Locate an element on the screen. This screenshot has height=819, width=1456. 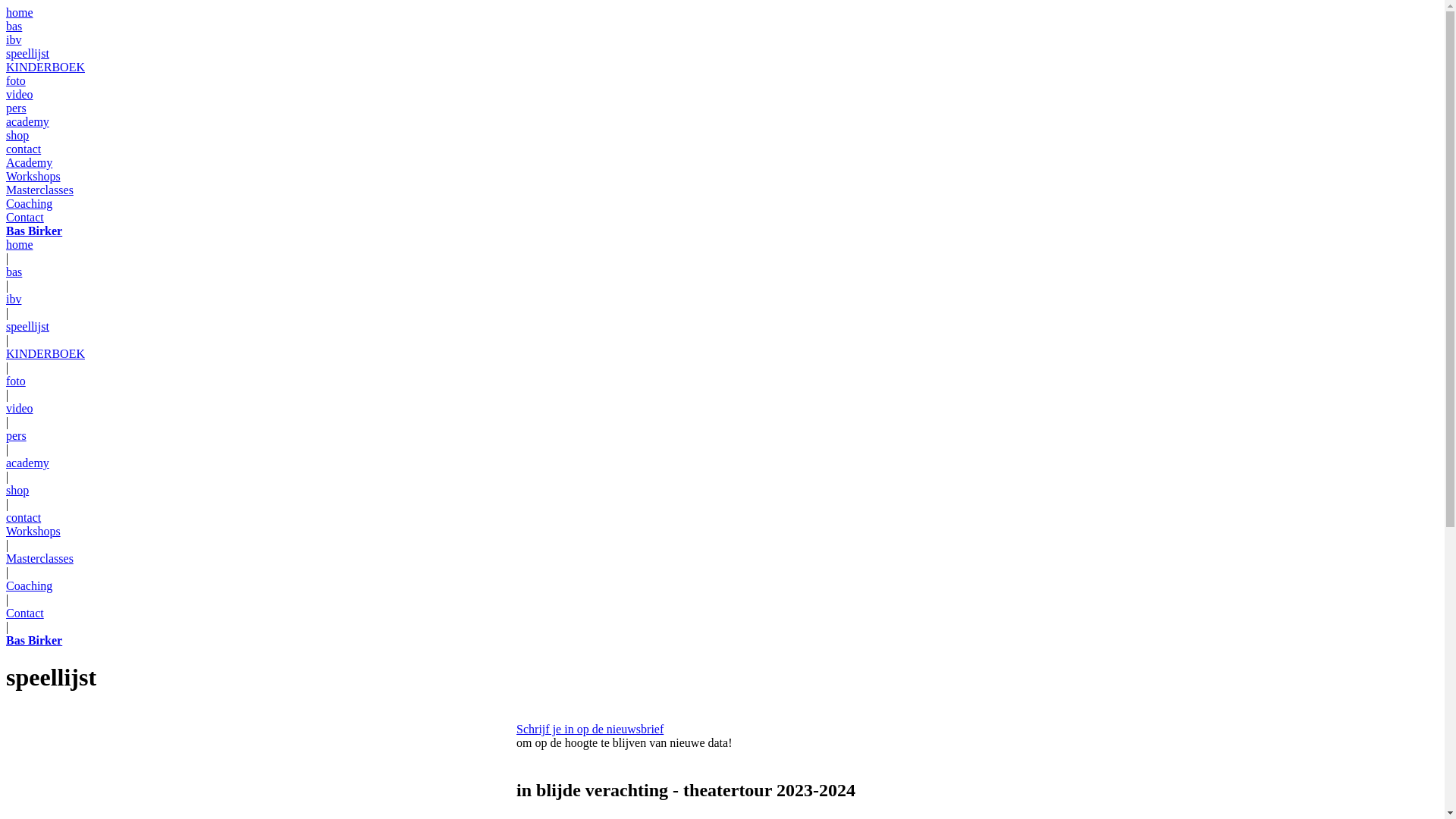
'shop' is located at coordinates (17, 134).